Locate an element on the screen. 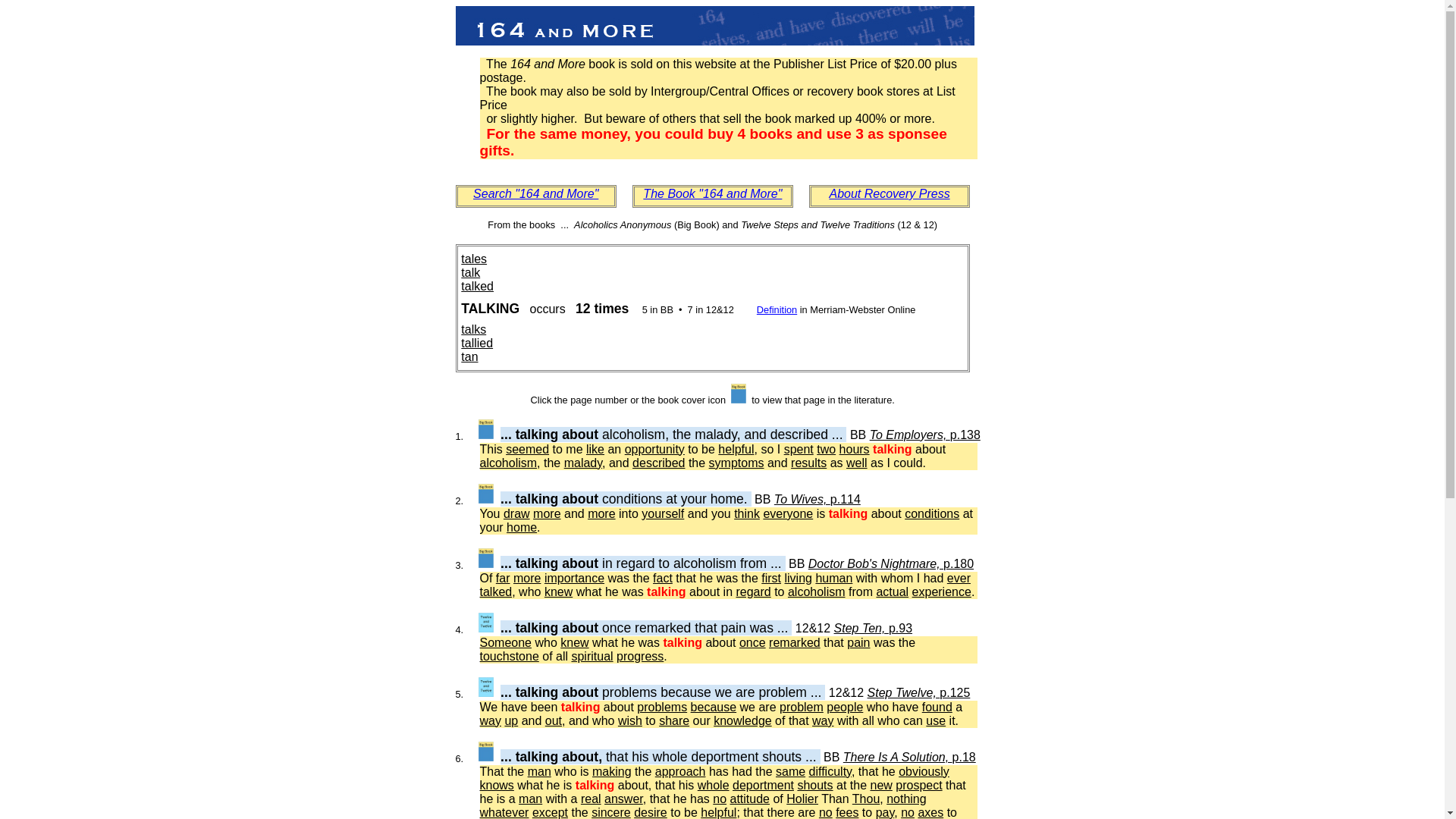 This screenshot has height=819, width=1456. 'conditions' is located at coordinates (930, 513).